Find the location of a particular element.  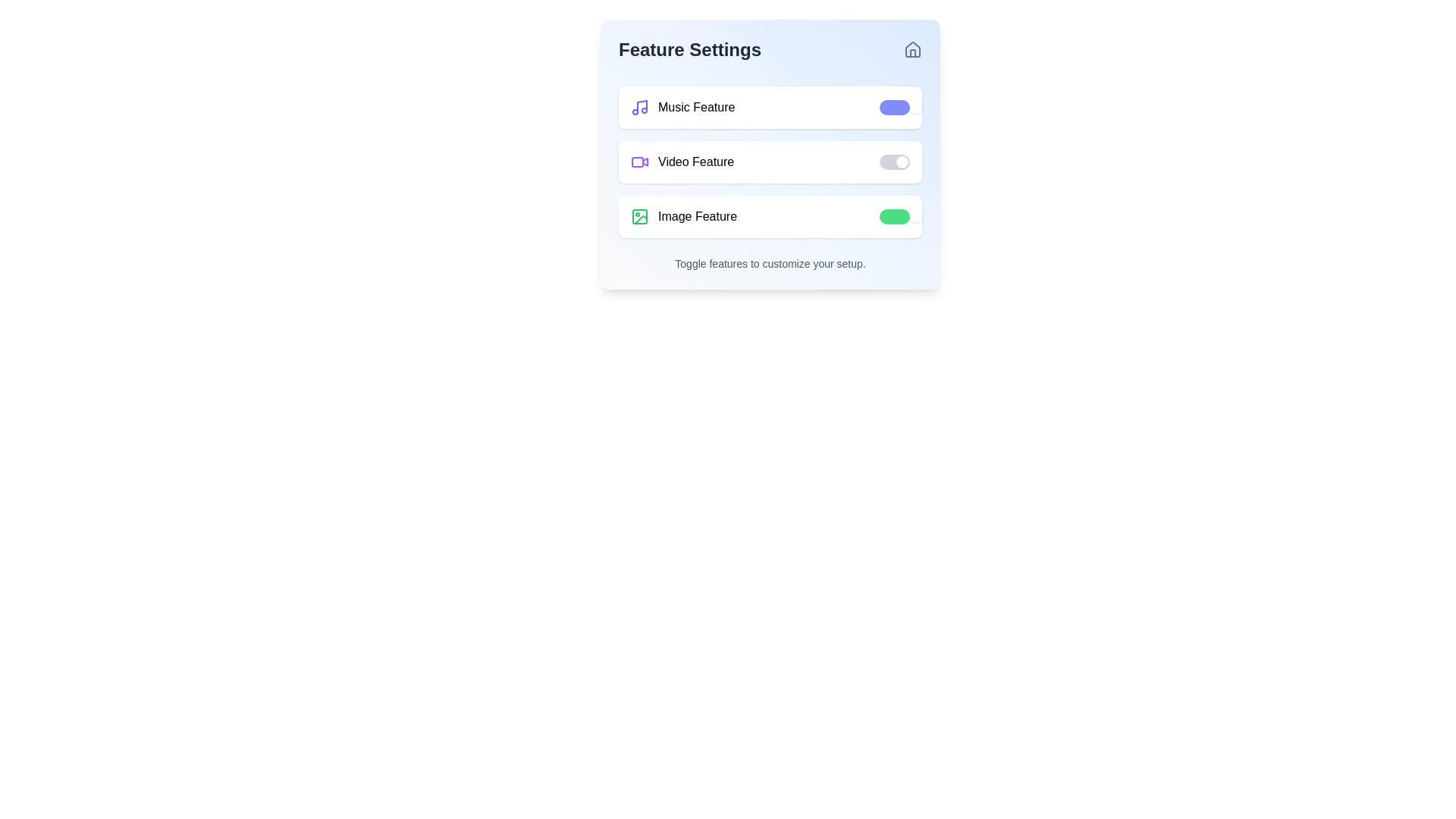

the toggle switch for the 'Music Feature' located at the far right of the first row is located at coordinates (895, 107).